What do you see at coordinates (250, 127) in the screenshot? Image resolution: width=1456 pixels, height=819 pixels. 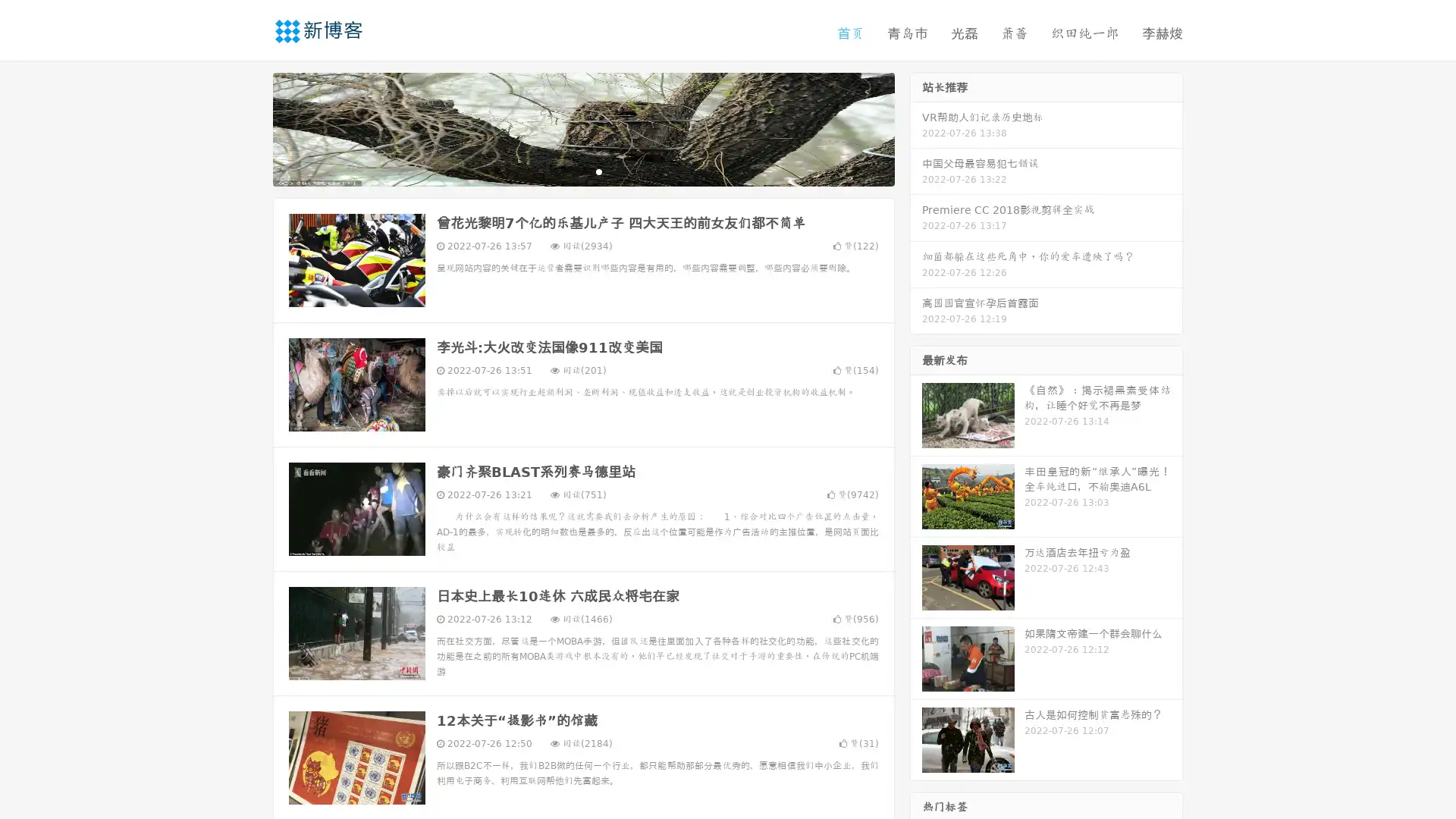 I see `Previous slide` at bounding box center [250, 127].